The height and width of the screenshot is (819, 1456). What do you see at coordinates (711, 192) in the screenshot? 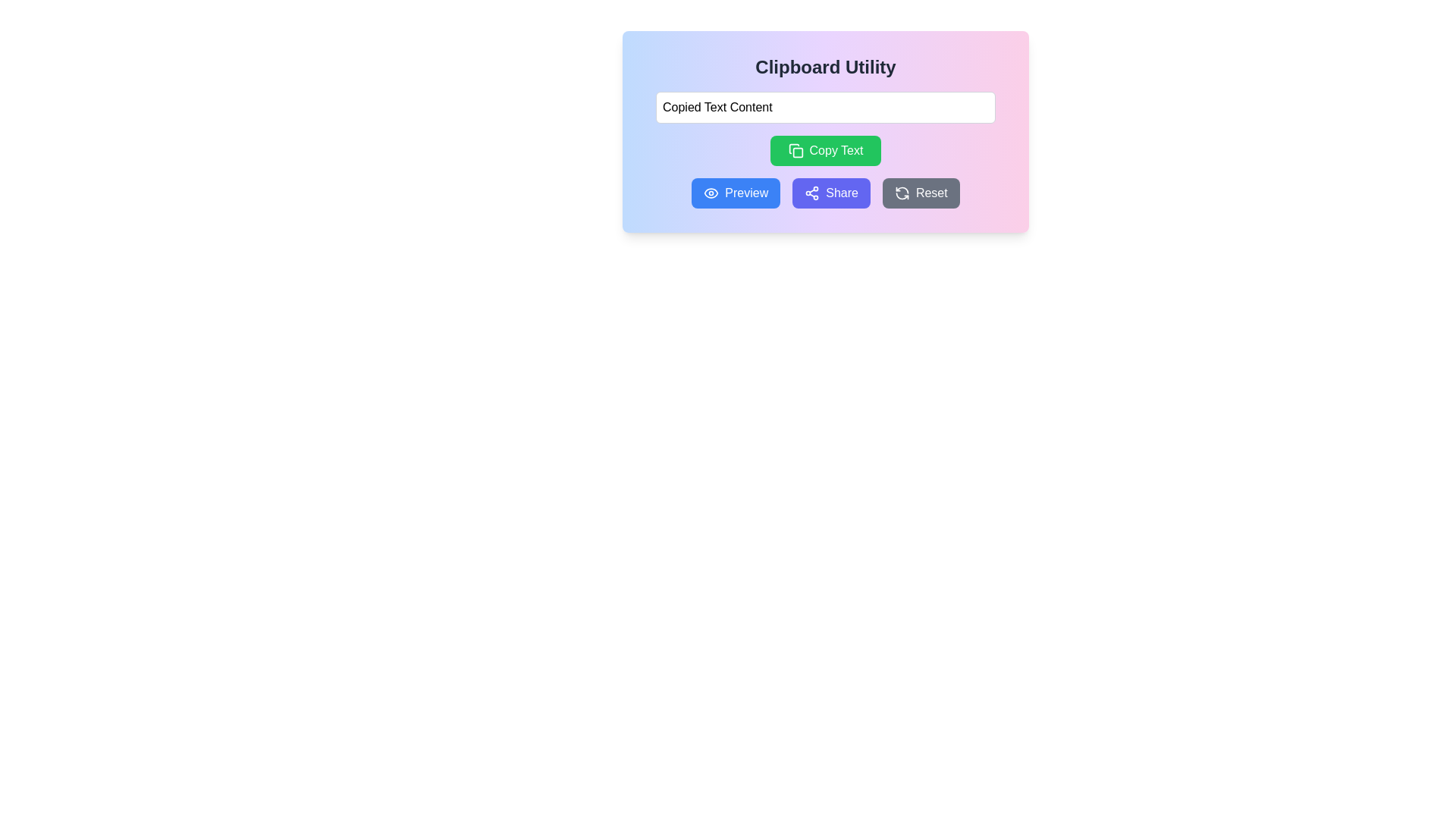
I see `the blue-filled eye contour element within the SVG icon located on the left side of the button group labeled 'Preview', 'Share', and 'Reset'` at bounding box center [711, 192].